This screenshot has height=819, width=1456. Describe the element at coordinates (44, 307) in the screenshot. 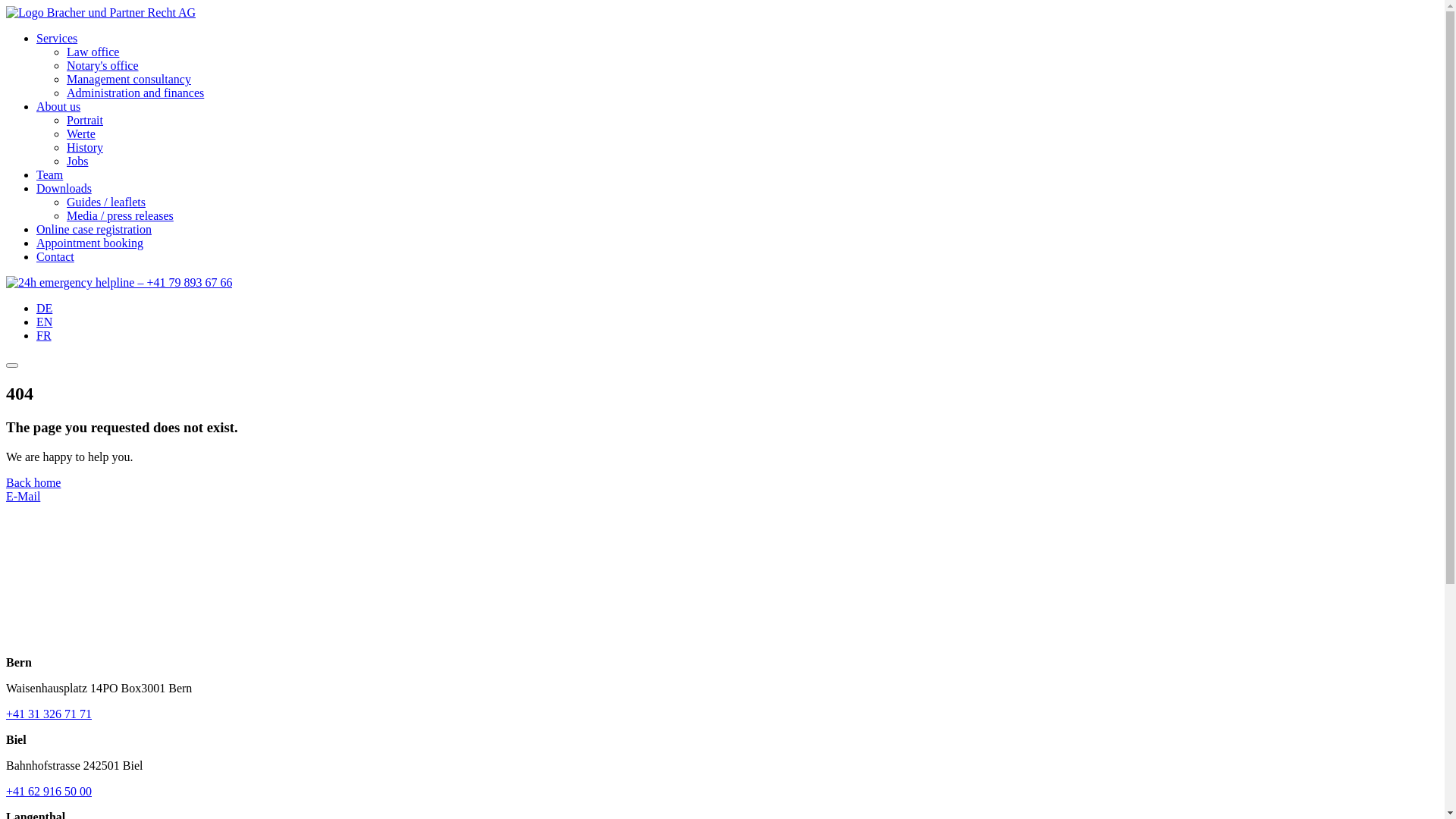

I see `'DE'` at that location.